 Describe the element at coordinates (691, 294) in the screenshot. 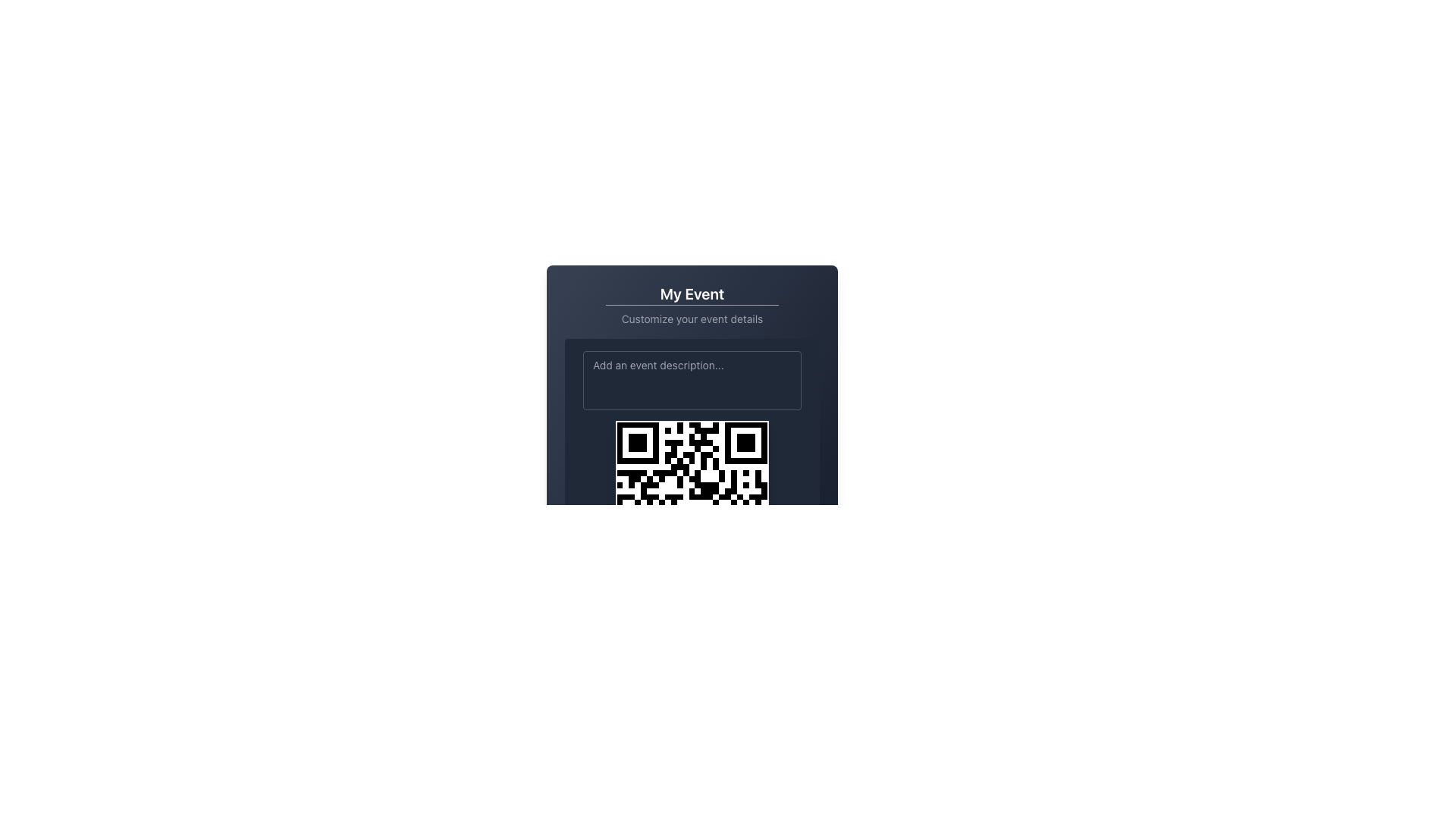

I see `on the title text of the text input field labeled 'My Event', which is prominently displayed in the header section above the descriptive text 'Customize your event details'` at that location.